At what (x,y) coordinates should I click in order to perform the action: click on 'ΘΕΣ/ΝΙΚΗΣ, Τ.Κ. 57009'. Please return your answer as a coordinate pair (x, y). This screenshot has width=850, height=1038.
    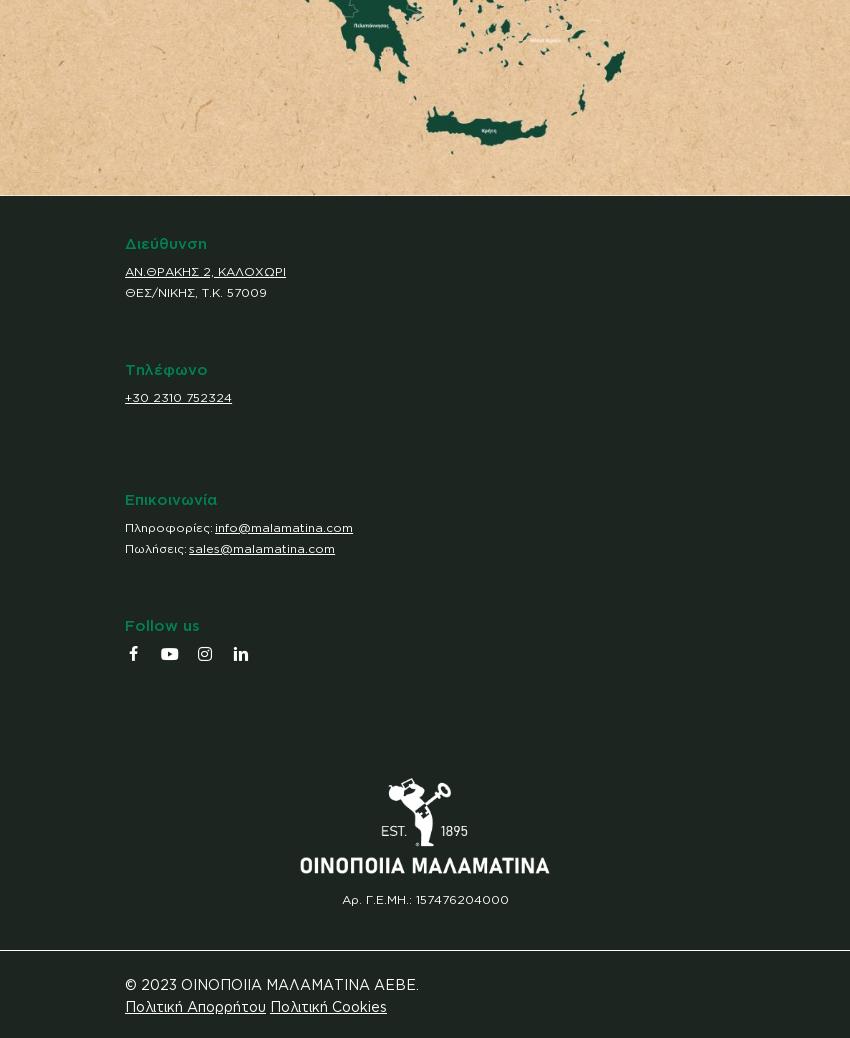
    Looking at the image, I should click on (195, 291).